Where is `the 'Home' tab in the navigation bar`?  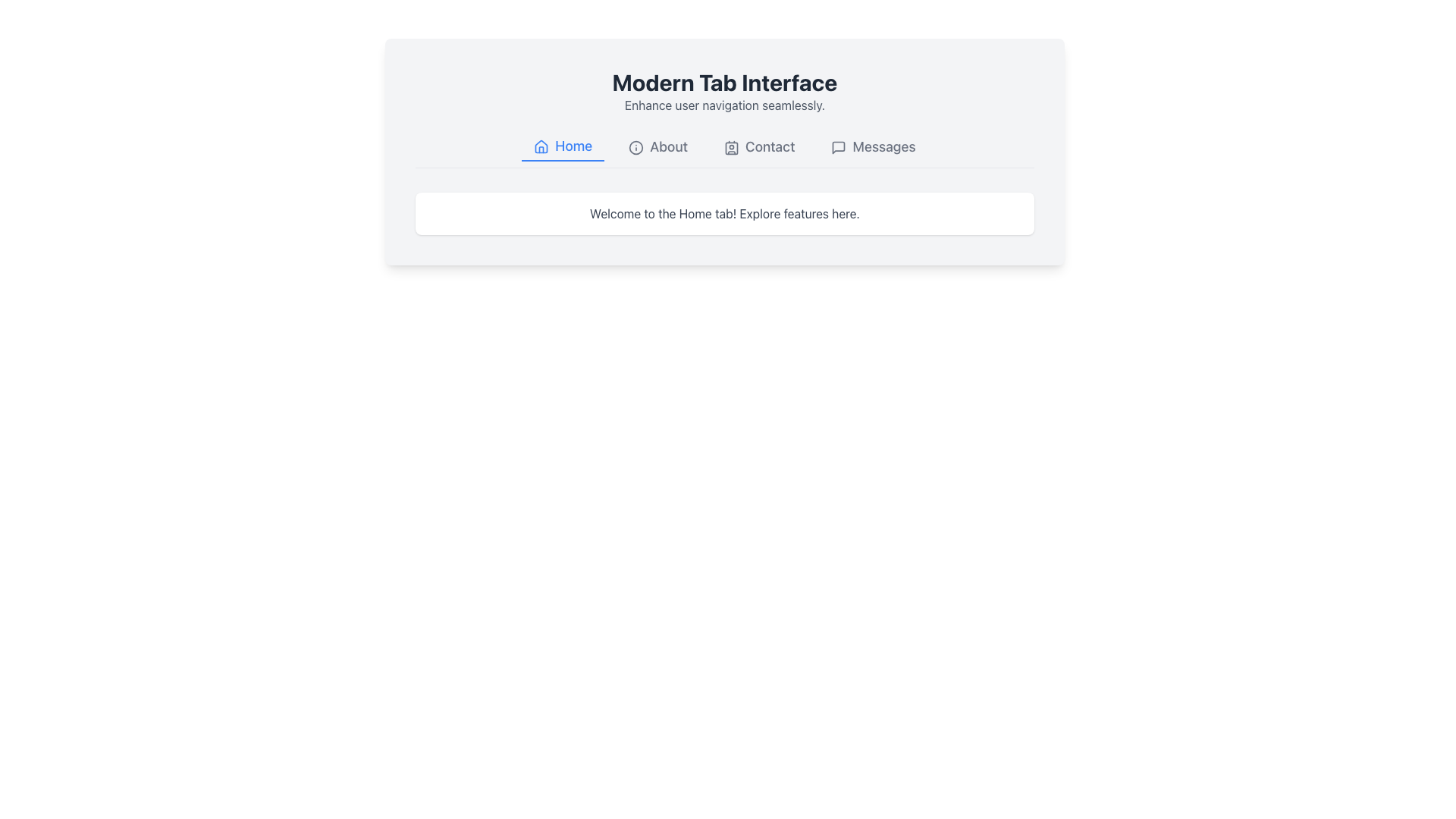 the 'Home' tab in the navigation bar is located at coordinates (562, 146).